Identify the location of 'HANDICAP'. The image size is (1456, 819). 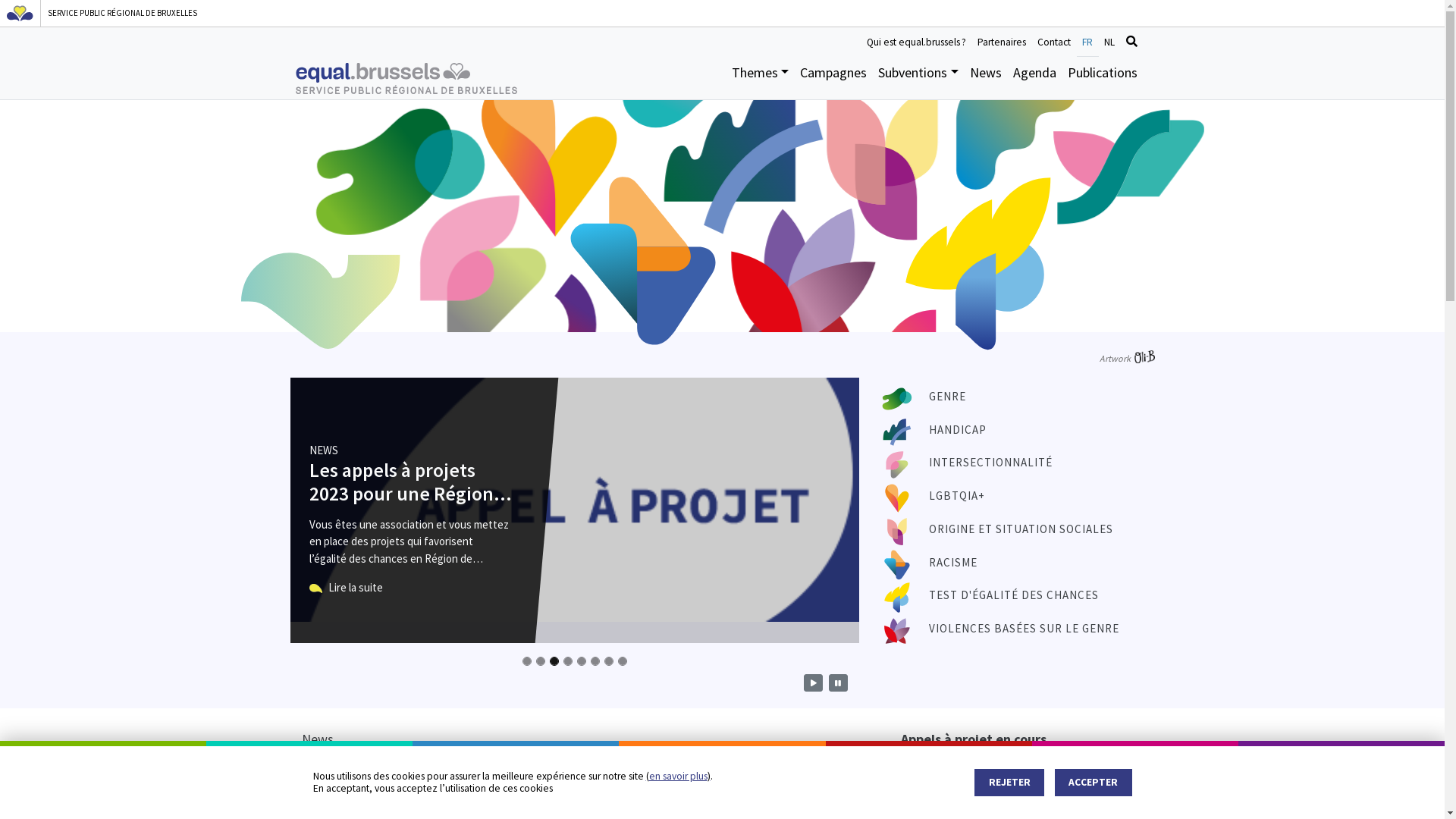
(956, 429).